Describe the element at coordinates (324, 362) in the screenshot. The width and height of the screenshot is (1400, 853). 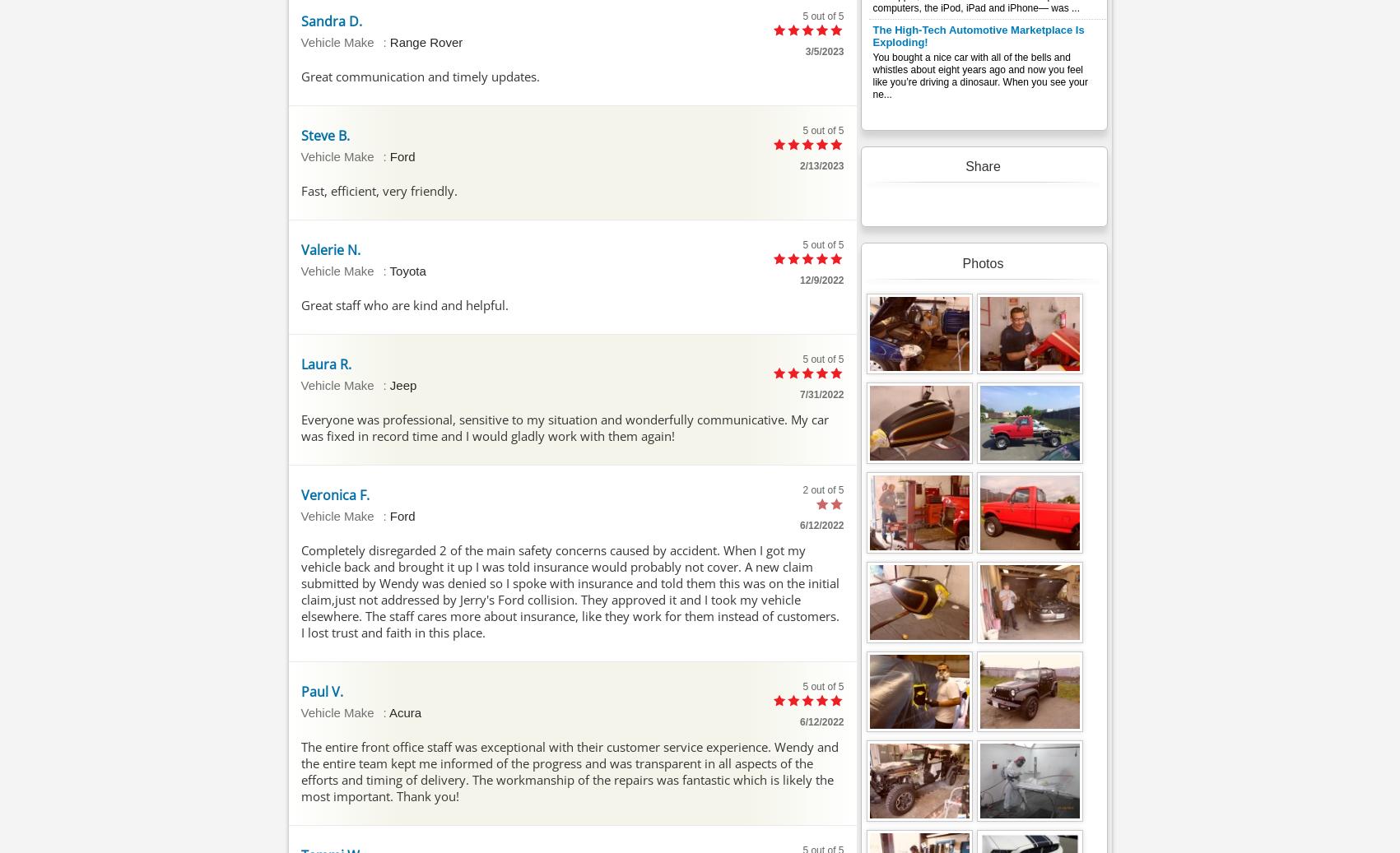
I see `'Laura R.'` at that location.